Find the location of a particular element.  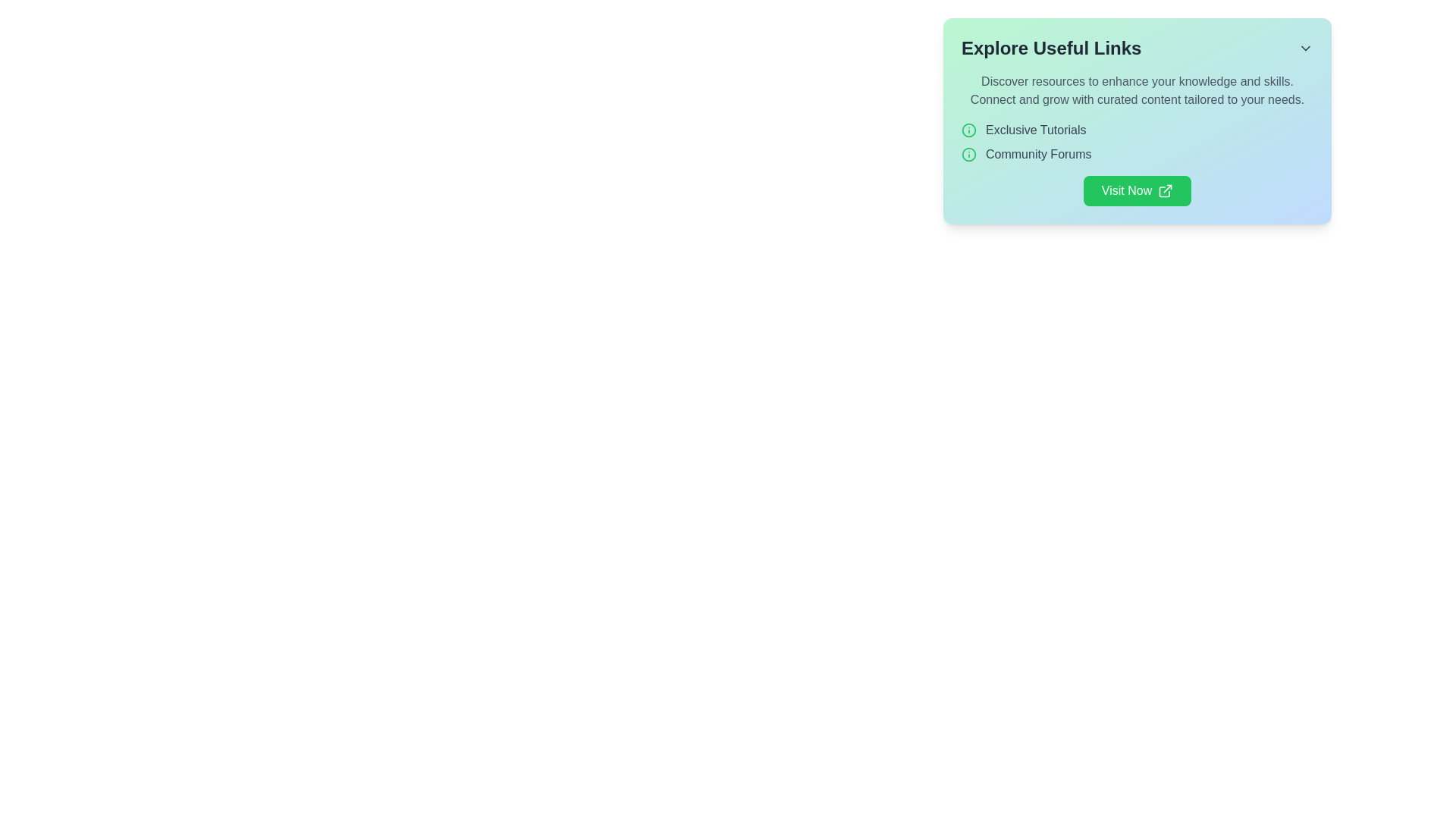

the 'Exclusive Tutorials' link located in the central-right section of the navigation links, which is positioned below a descriptive paragraph and above the 'Visit Now' button is located at coordinates (1137, 143).